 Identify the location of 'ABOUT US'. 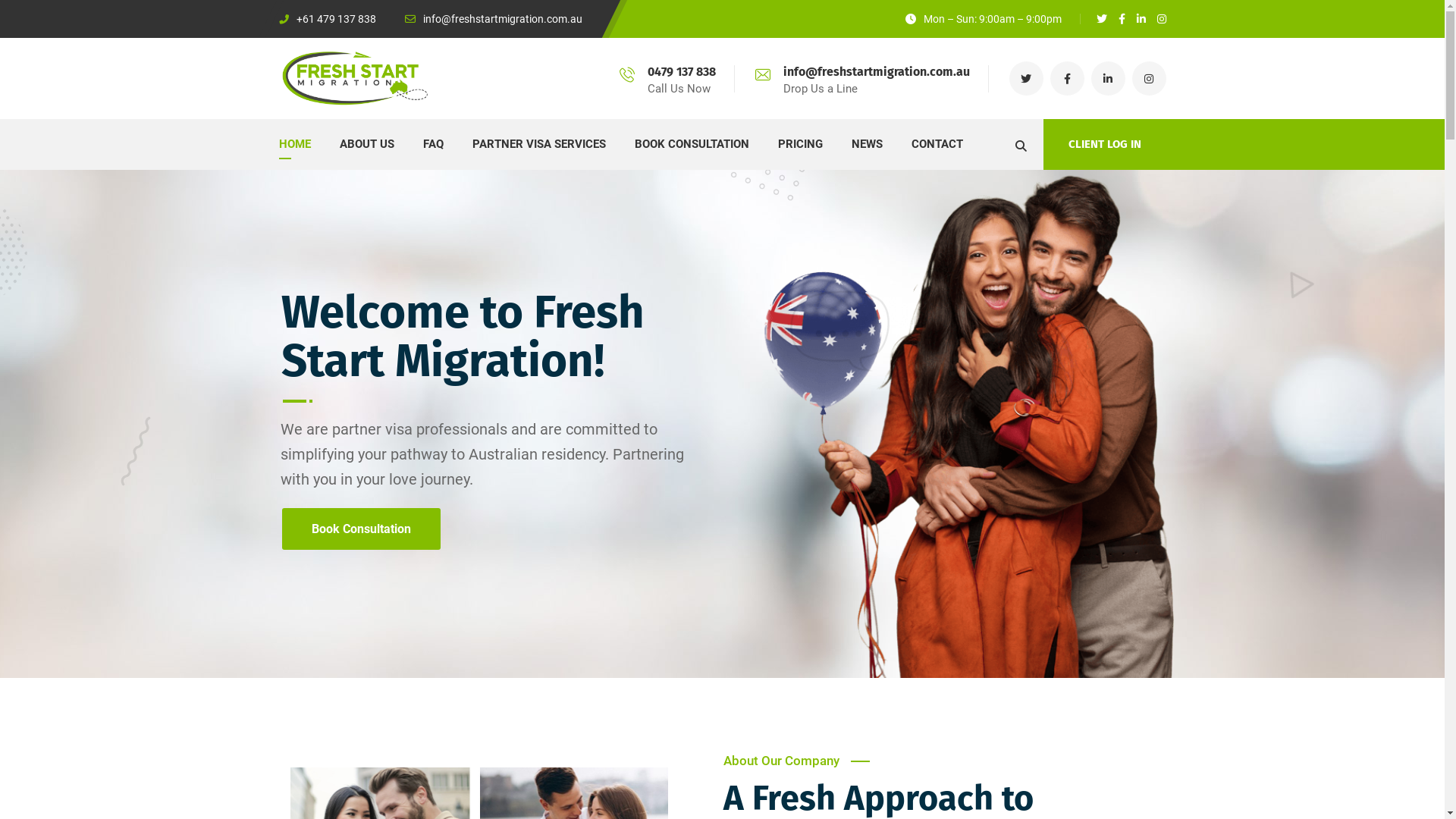
(367, 144).